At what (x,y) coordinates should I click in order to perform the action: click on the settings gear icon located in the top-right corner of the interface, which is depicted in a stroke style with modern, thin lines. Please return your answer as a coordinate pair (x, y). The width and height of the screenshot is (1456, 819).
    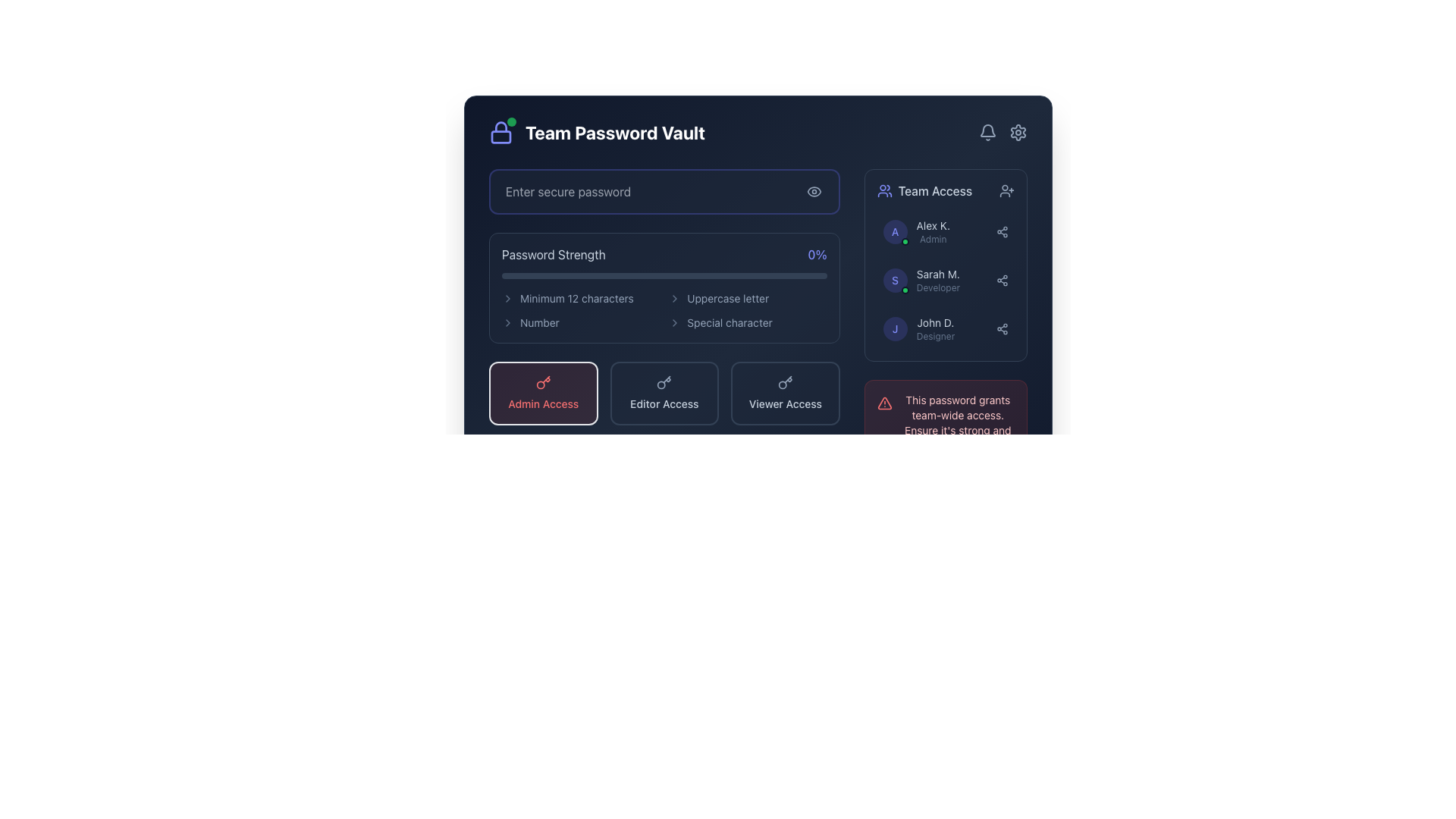
    Looking at the image, I should click on (1018, 131).